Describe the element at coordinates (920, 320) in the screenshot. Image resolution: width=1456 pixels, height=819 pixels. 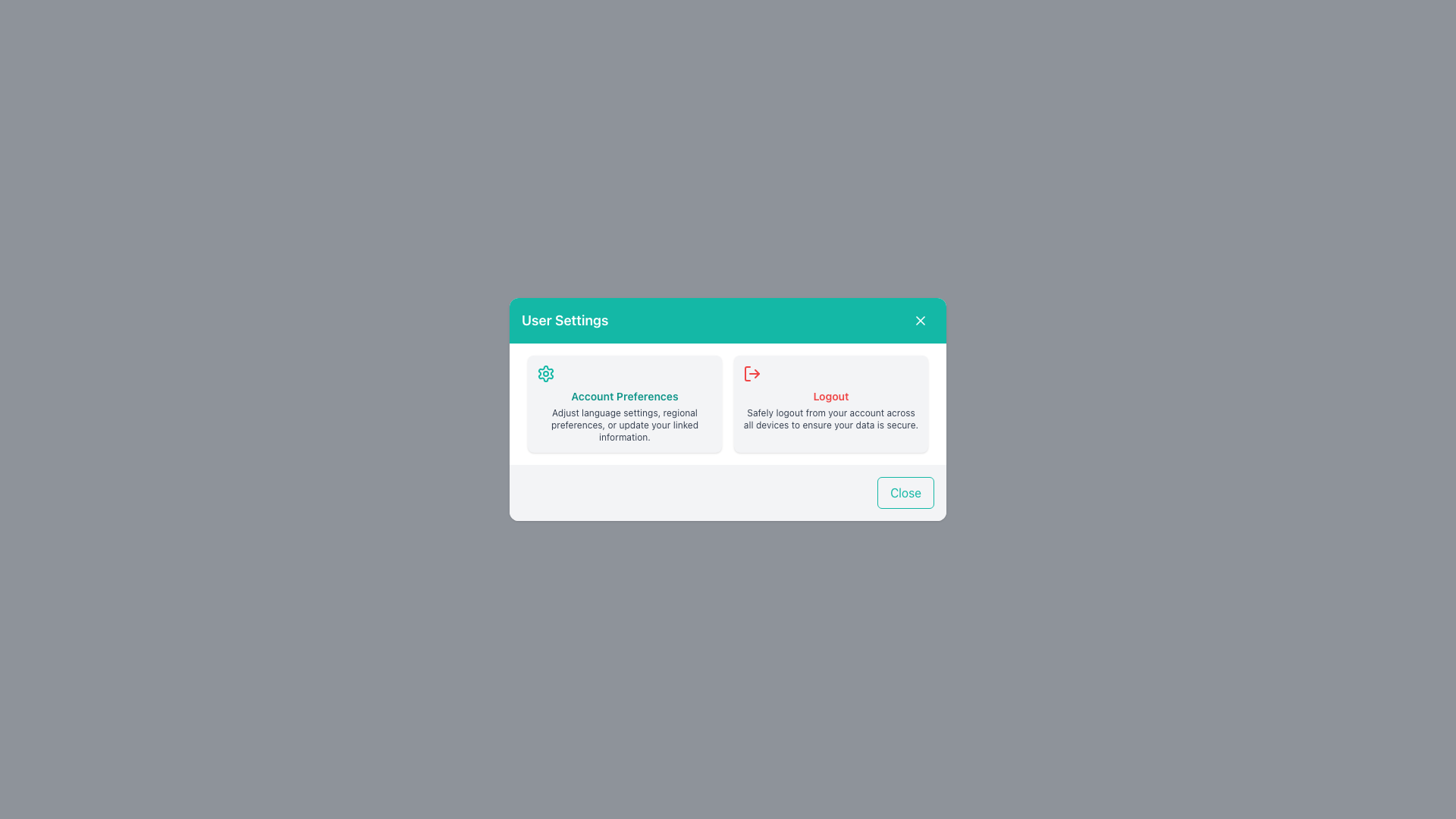
I see `the 'X' shaped SVG icon in the top-right corner of the 'User Settings' dialog box` at that location.